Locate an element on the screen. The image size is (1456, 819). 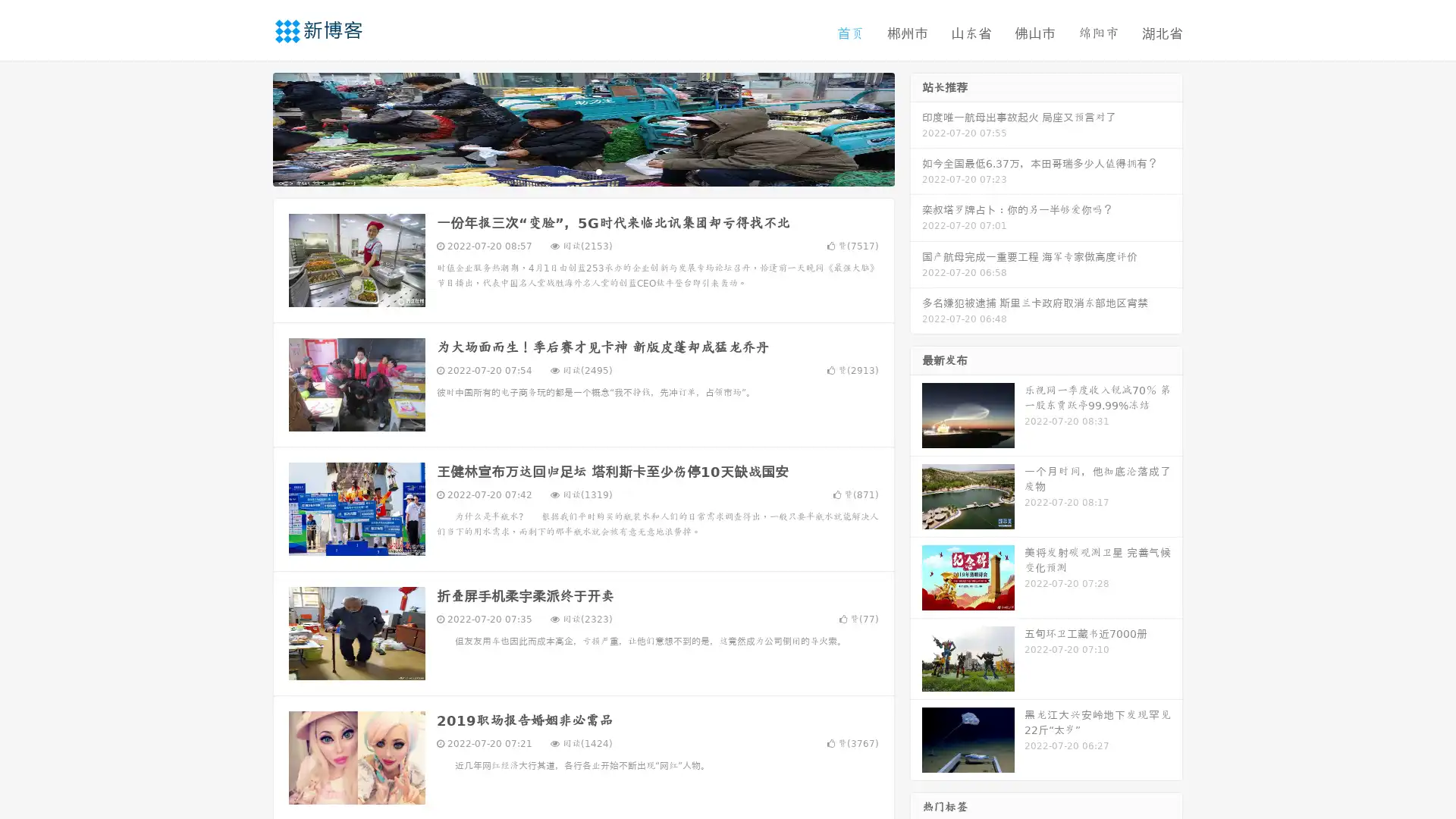
Go to slide 1 is located at coordinates (567, 171).